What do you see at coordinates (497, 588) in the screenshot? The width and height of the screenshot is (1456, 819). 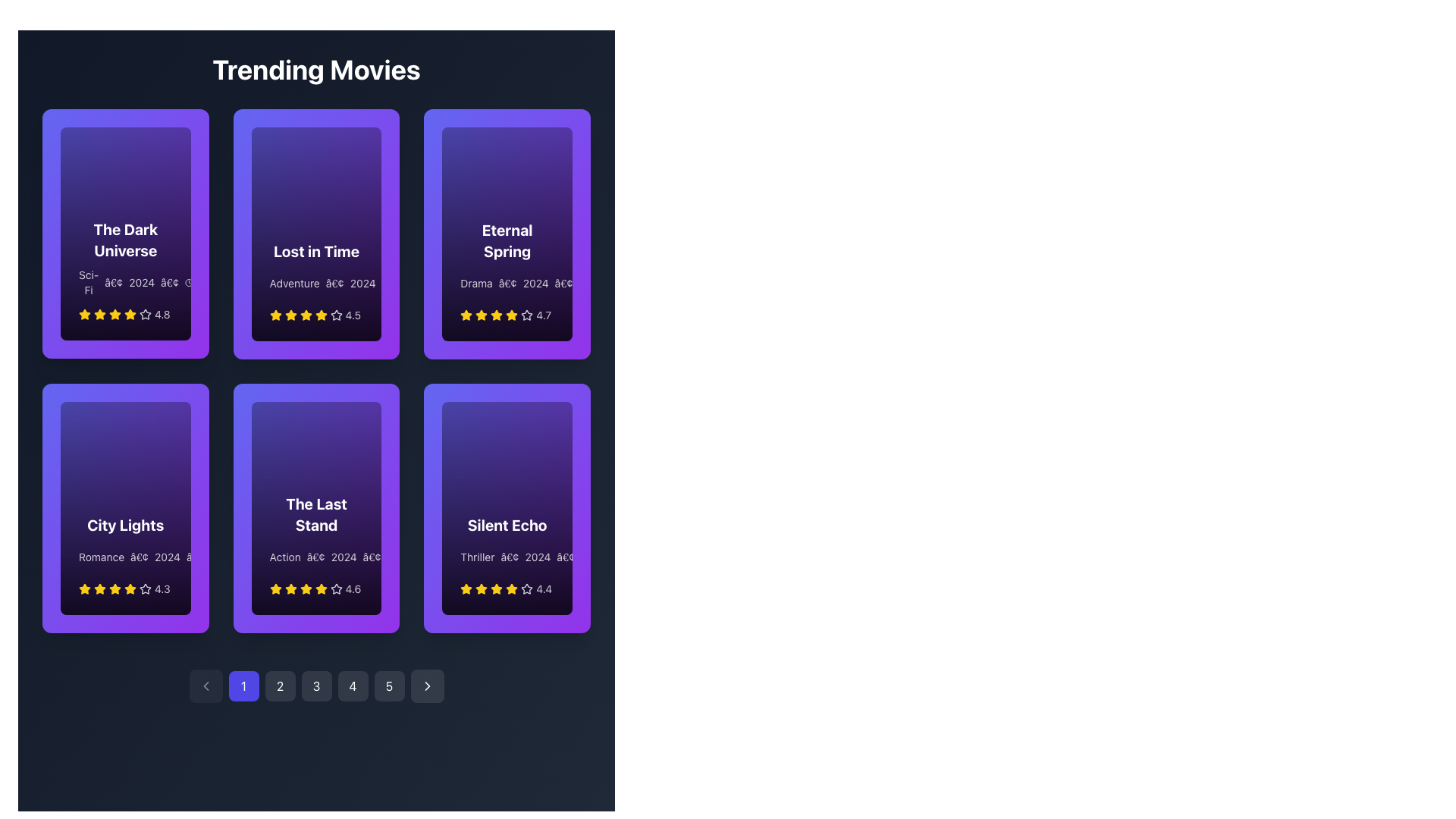 I see `the third star icon in the rating system for the movie 'Silent Echo' to indicate or modify the rating` at bounding box center [497, 588].